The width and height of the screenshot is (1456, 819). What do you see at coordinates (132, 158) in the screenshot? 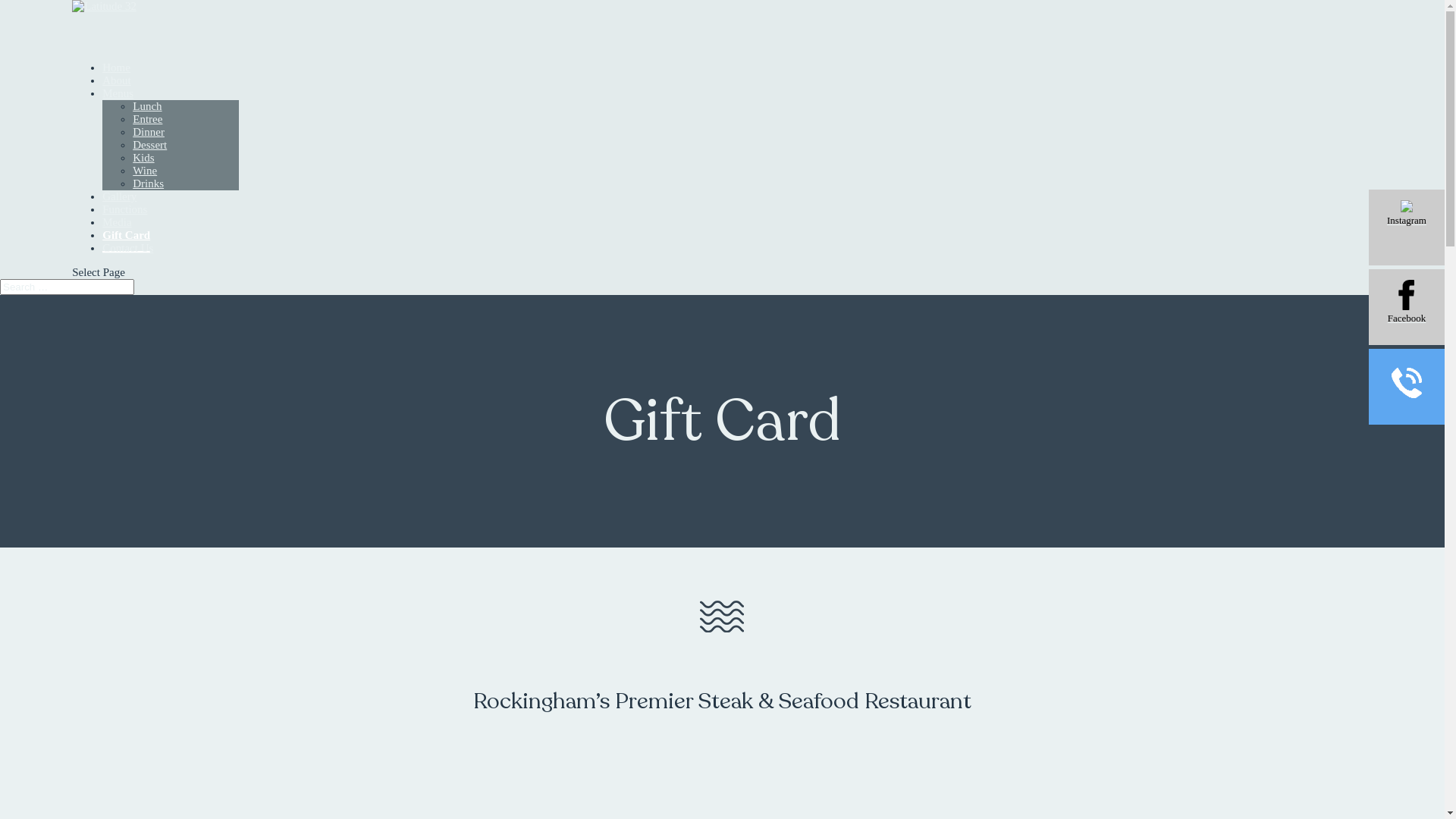
I see `'Kids'` at bounding box center [132, 158].